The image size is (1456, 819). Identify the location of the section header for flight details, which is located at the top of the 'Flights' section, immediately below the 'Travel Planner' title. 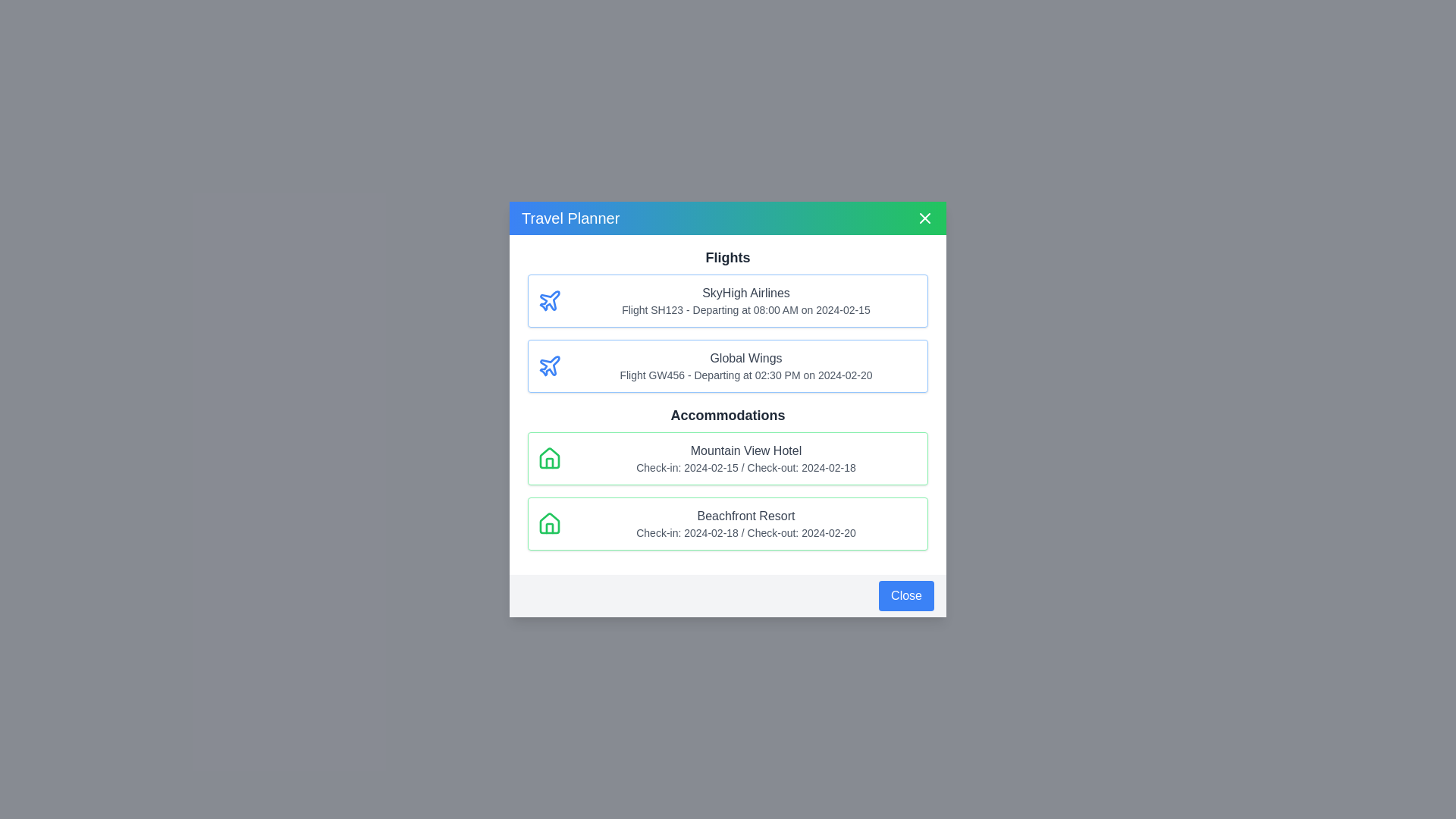
(728, 256).